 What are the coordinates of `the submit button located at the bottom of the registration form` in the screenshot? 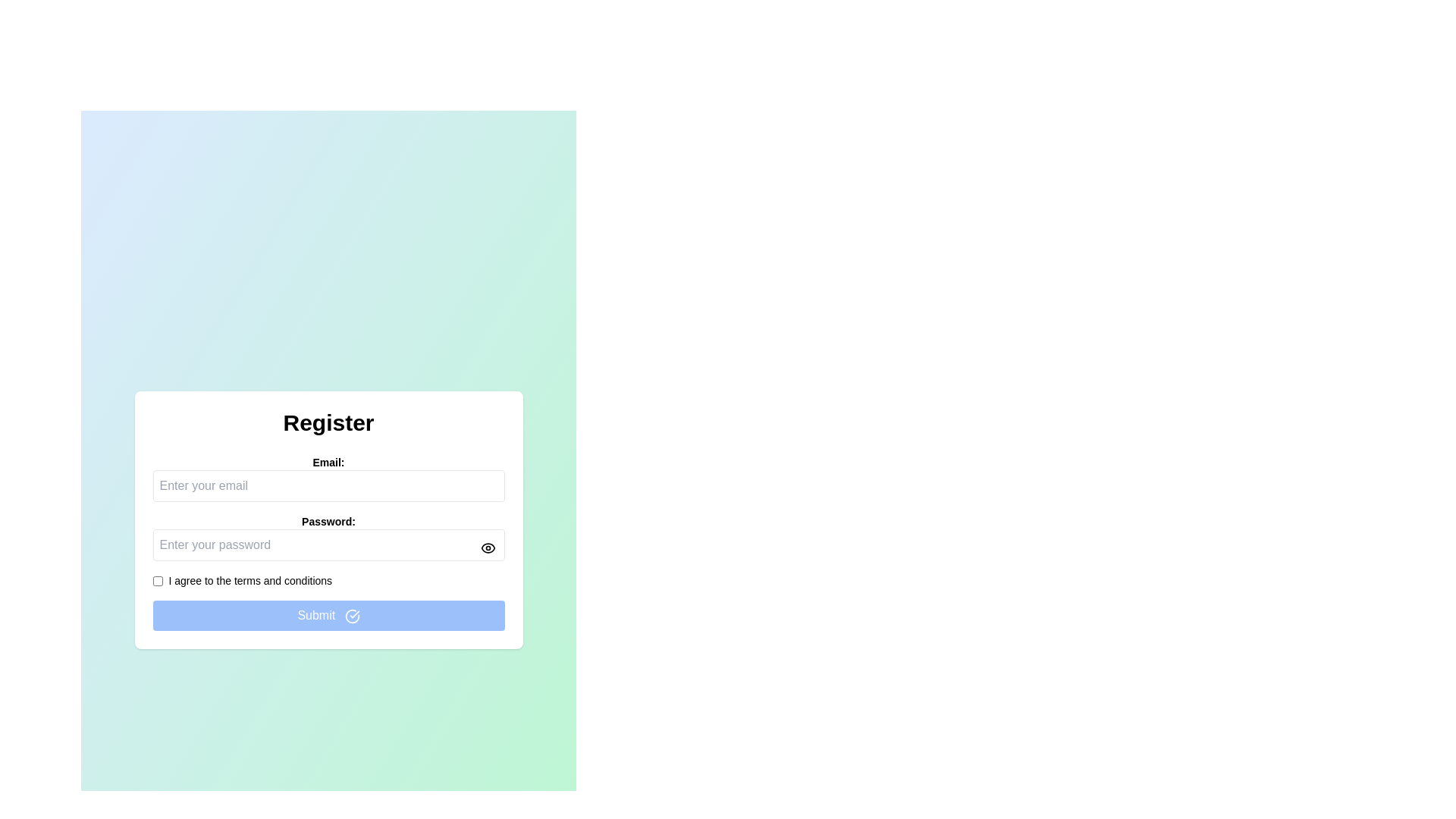 It's located at (328, 616).